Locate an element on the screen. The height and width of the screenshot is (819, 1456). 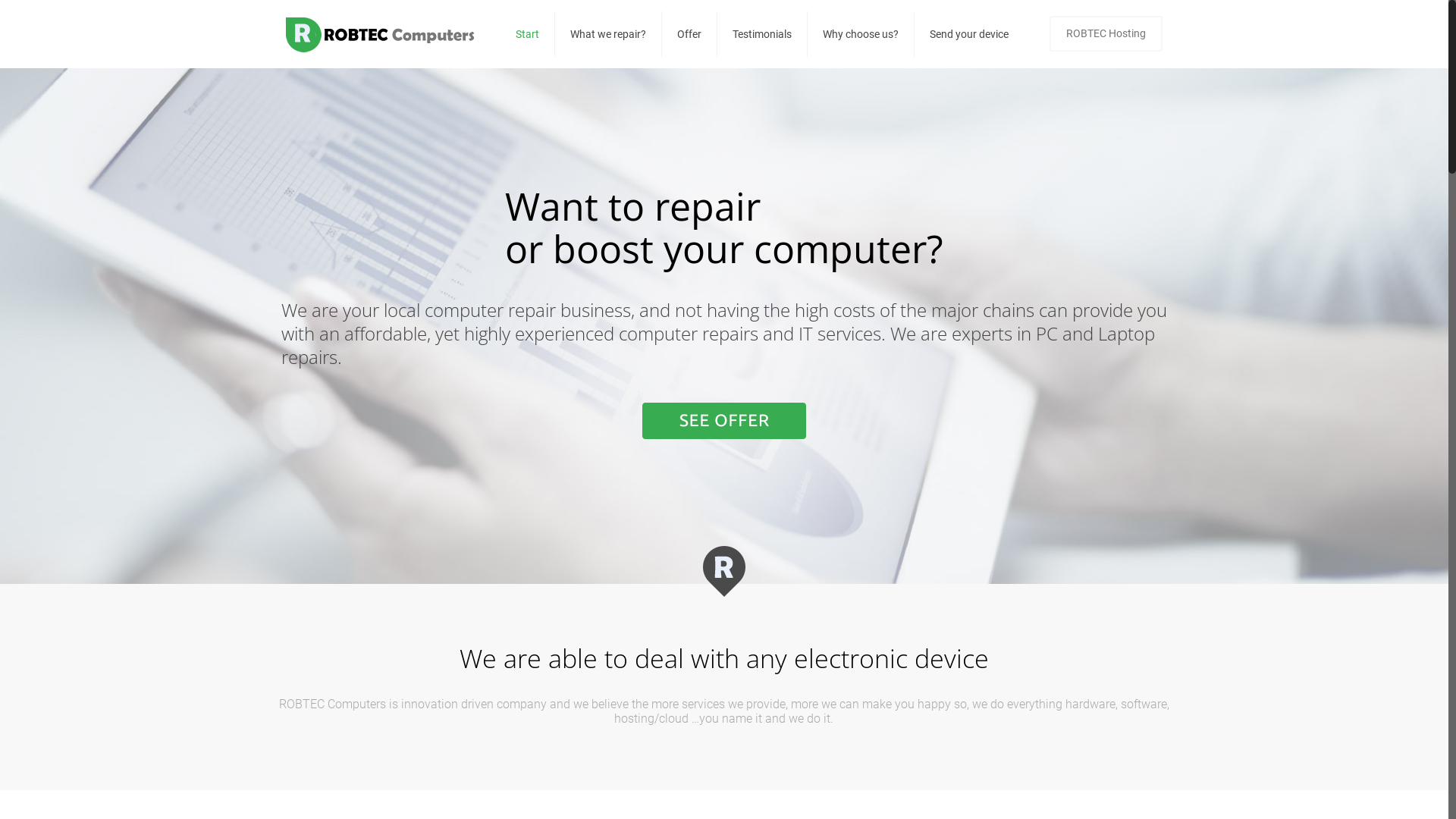
'ROBTEC Hosting' is located at coordinates (1106, 33).